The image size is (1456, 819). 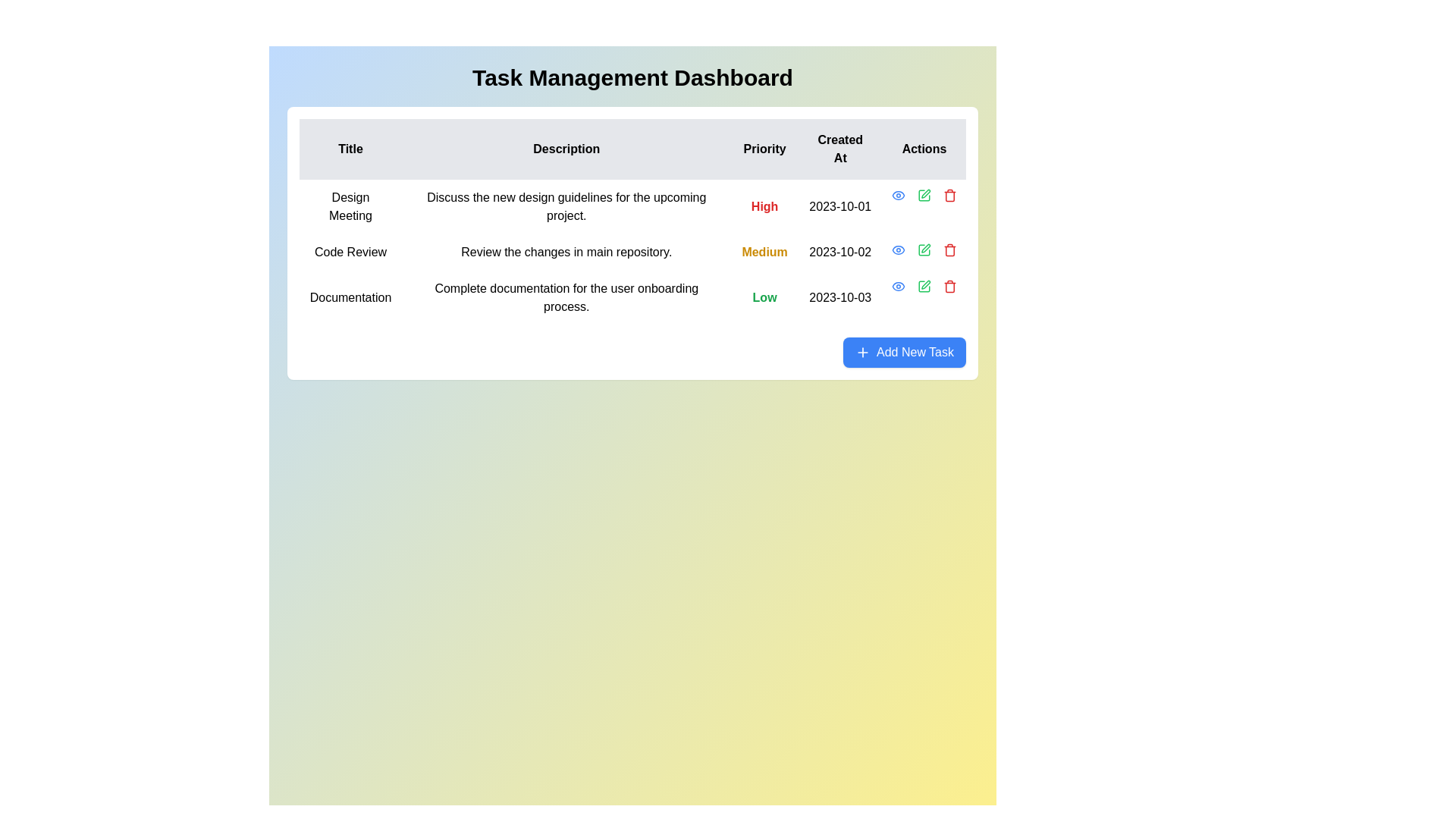 I want to click on the text label that identifies the task 'Design Meeting' in the first row of the task management table under the 'Title' column, so click(x=350, y=207).